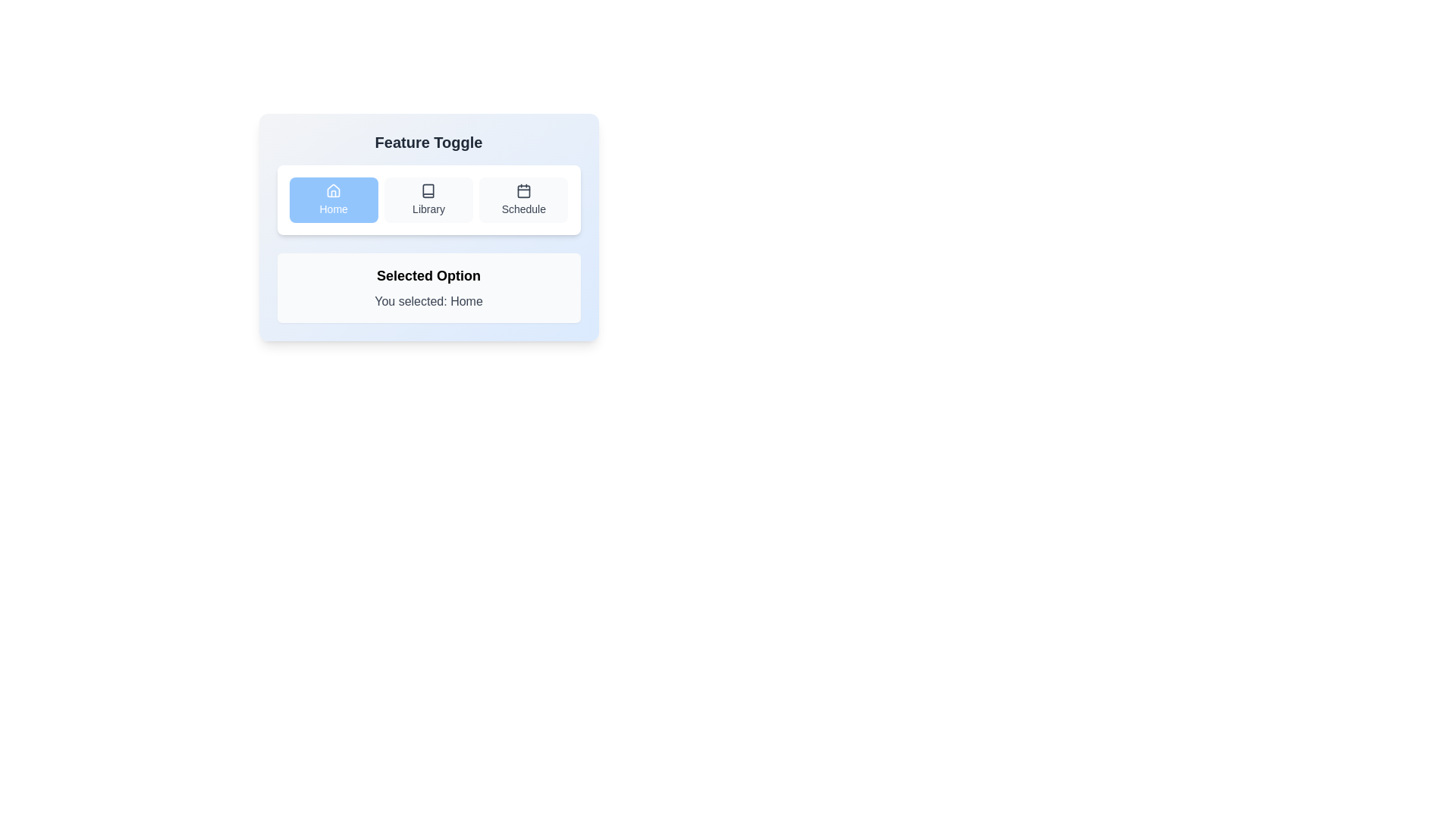 The height and width of the screenshot is (819, 1456). I want to click on the text label displaying 'Home', which is centered below an icon within a blue rectangular button at the top of the interface, so click(333, 209).